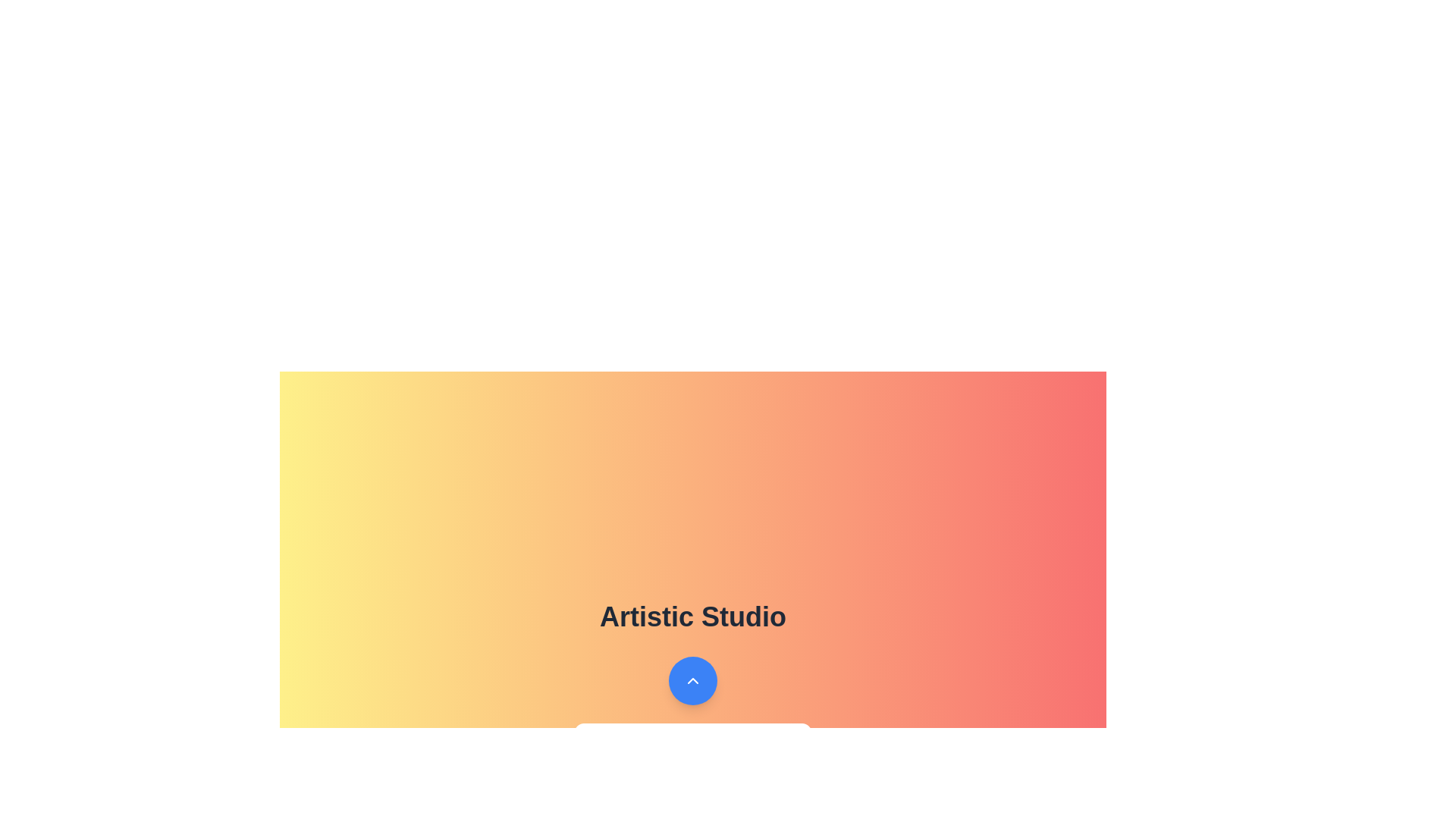 The height and width of the screenshot is (819, 1456). What do you see at coordinates (692, 680) in the screenshot?
I see `blue button to toggle the menu visibility` at bounding box center [692, 680].